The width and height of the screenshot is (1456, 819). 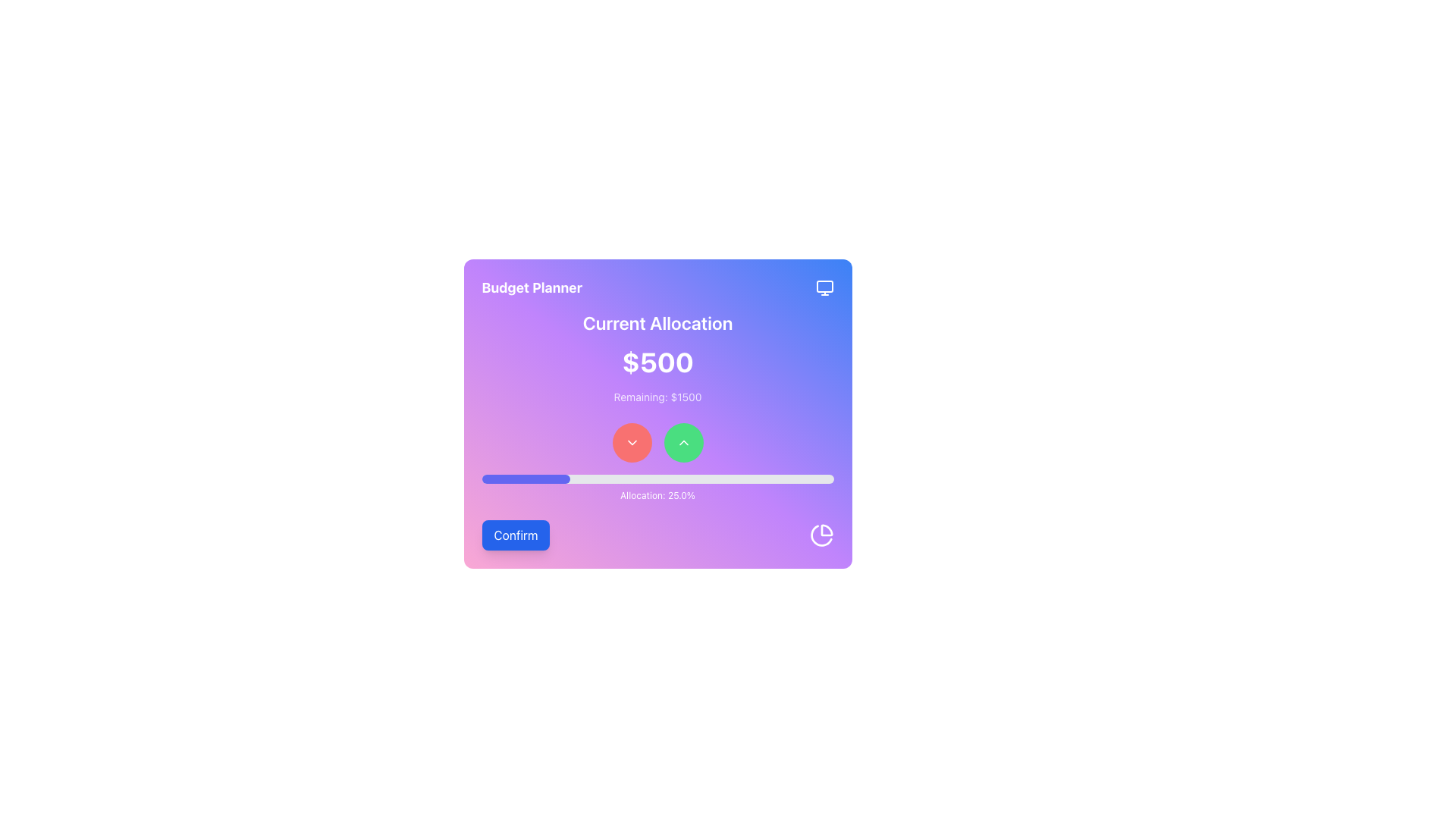 I want to click on the downward-pointing arrow icon inside the circular button, so click(x=632, y=442).